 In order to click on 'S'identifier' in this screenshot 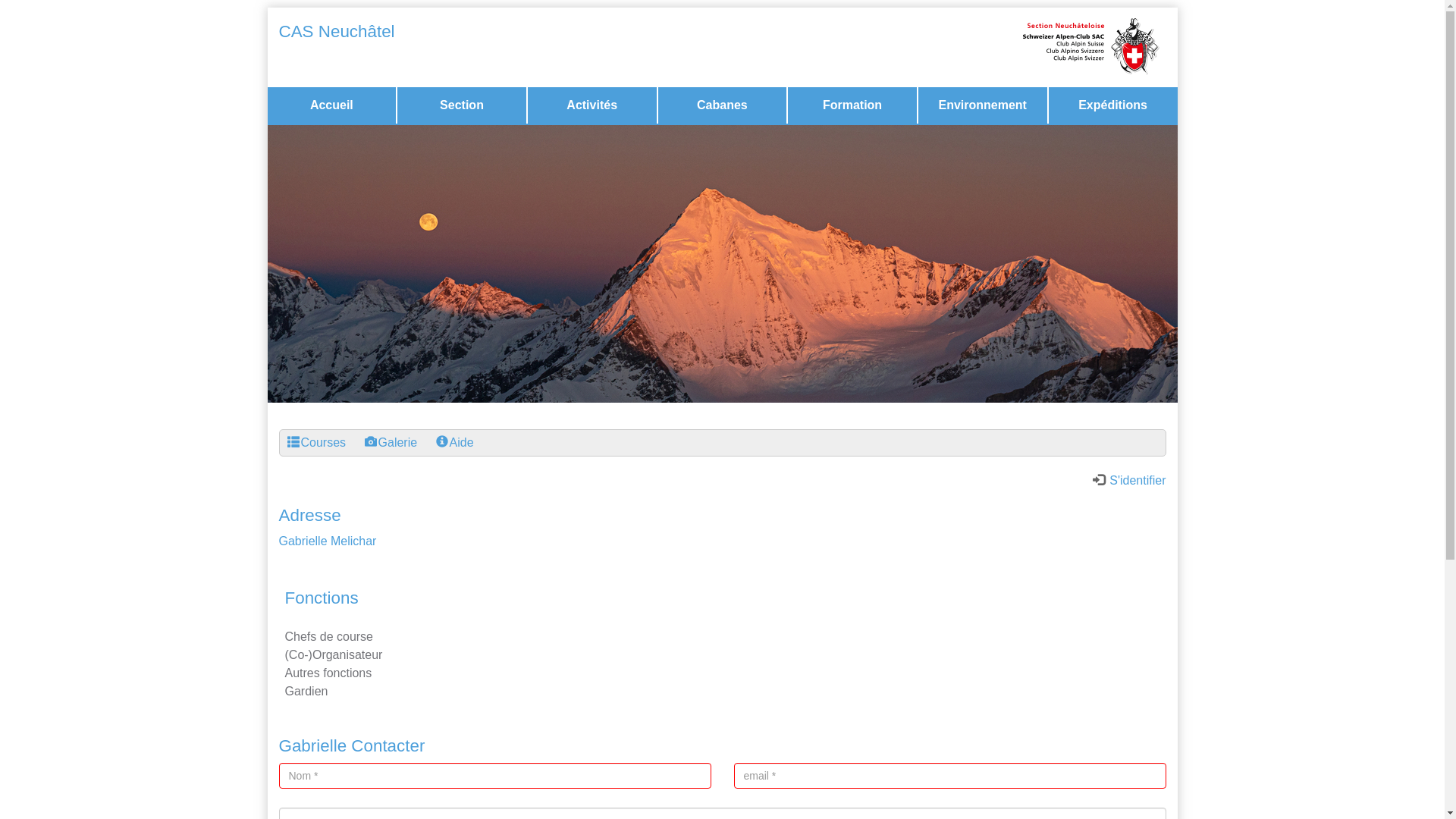, I will do `click(1129, 480)`.